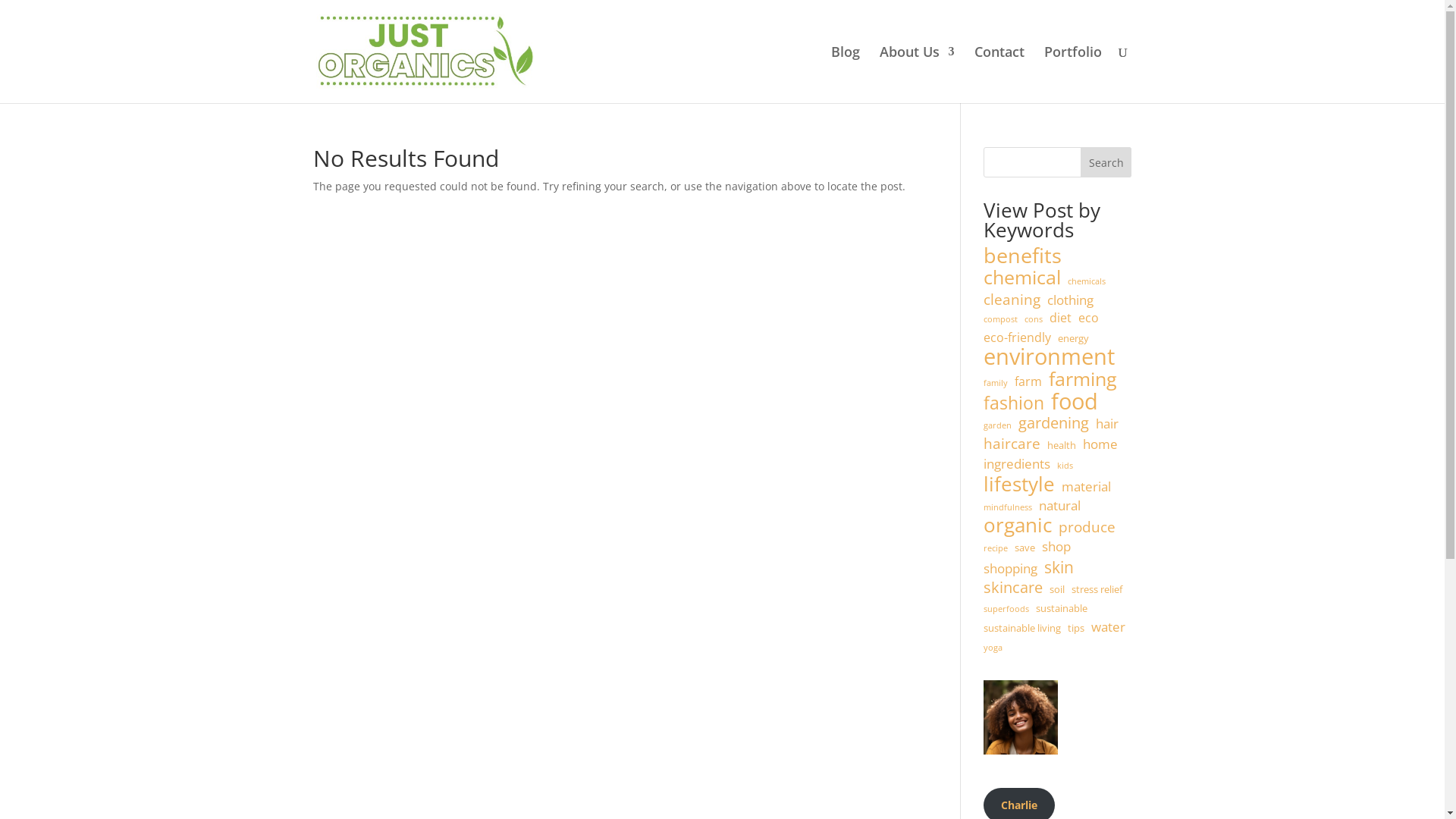  Describe the element at coordinates (1061, 444) in the screenshot. I see `'health'` at that location.